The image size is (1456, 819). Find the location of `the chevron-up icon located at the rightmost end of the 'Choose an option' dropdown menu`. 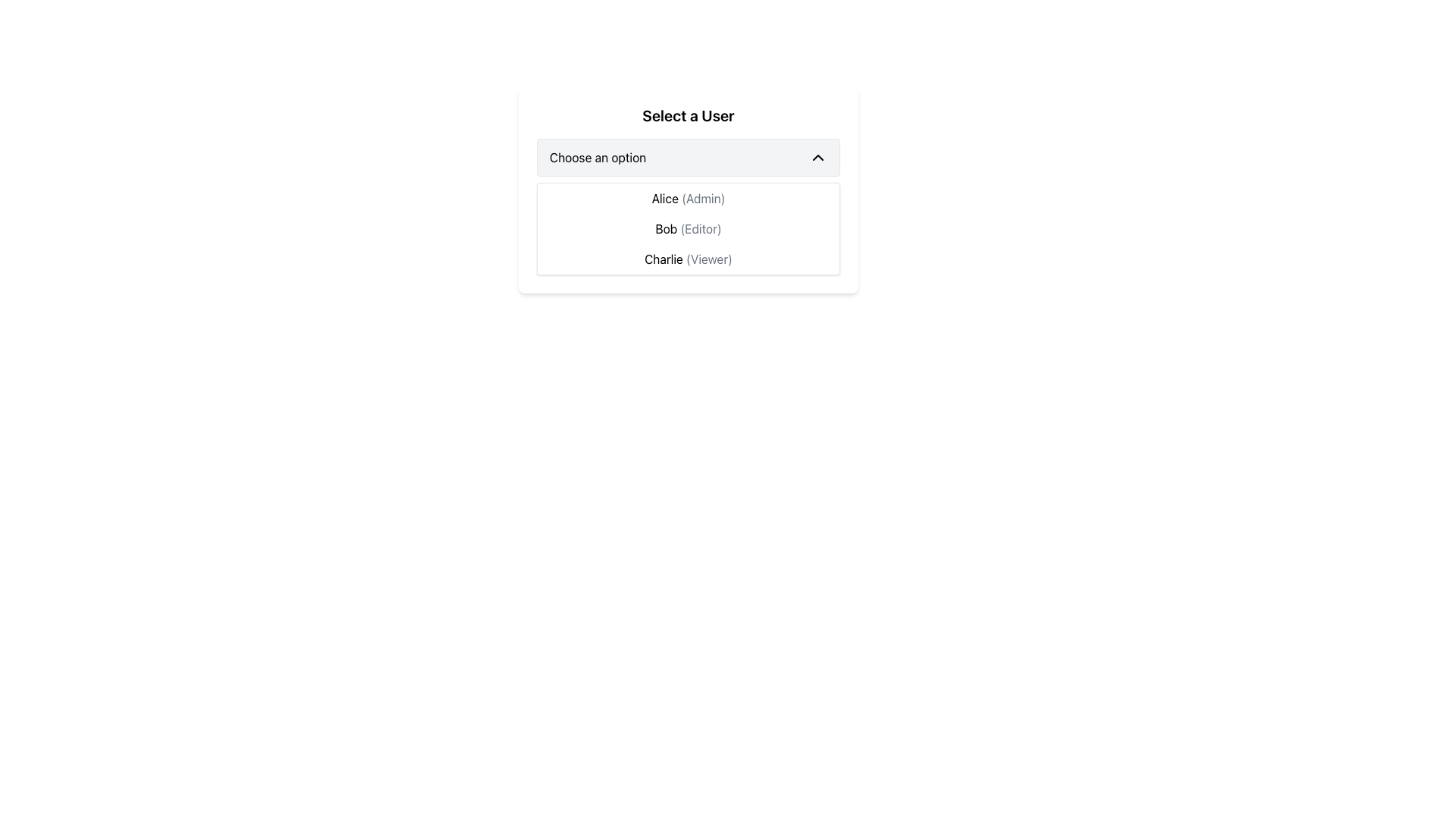

the chevron-up icon located at the rightmost end of the 'Choose an option' dropdown menu is located at coordinates (817, 158).